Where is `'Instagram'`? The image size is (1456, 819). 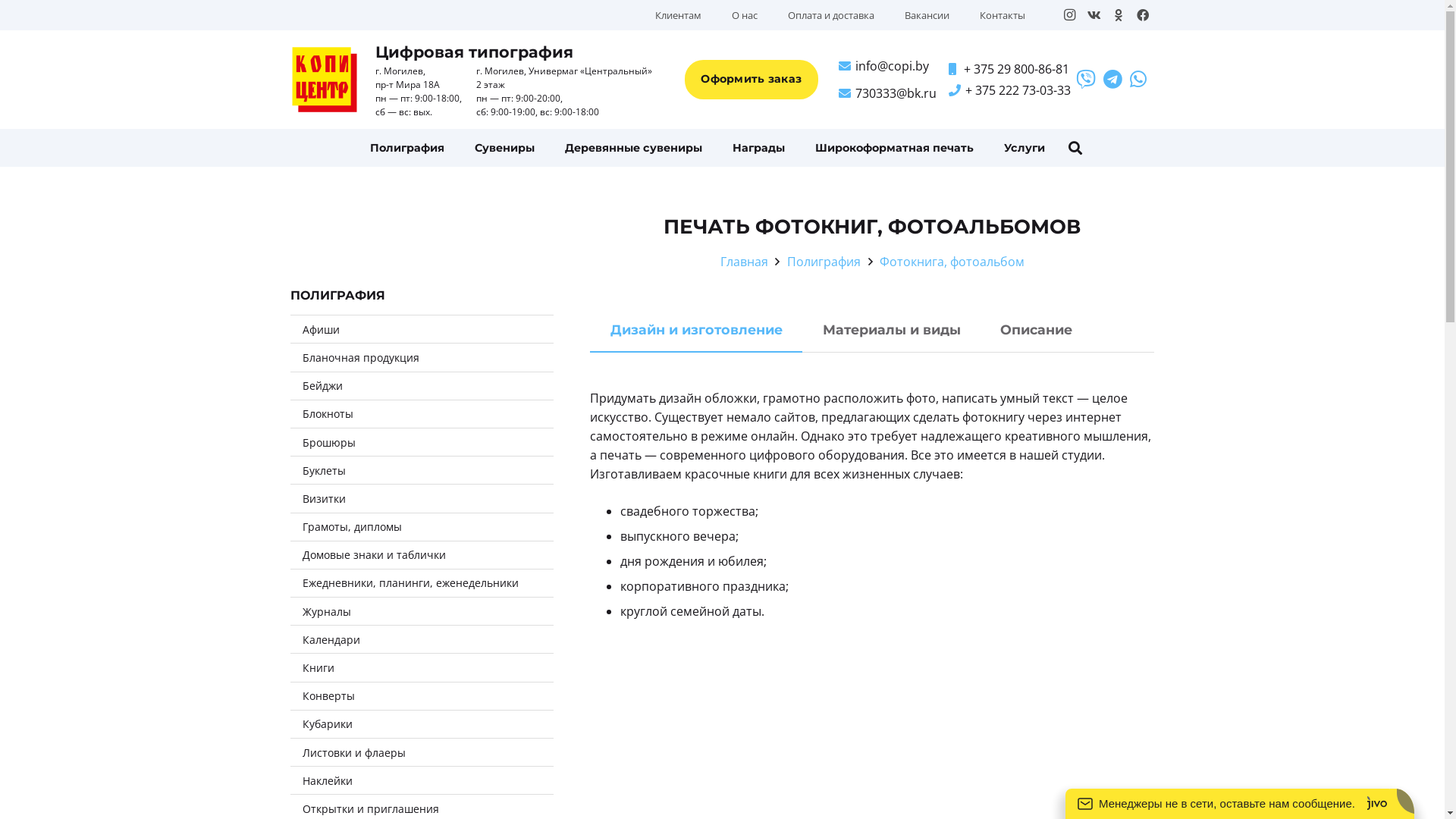 'Instagram' is located at coordinates (1068, 14).